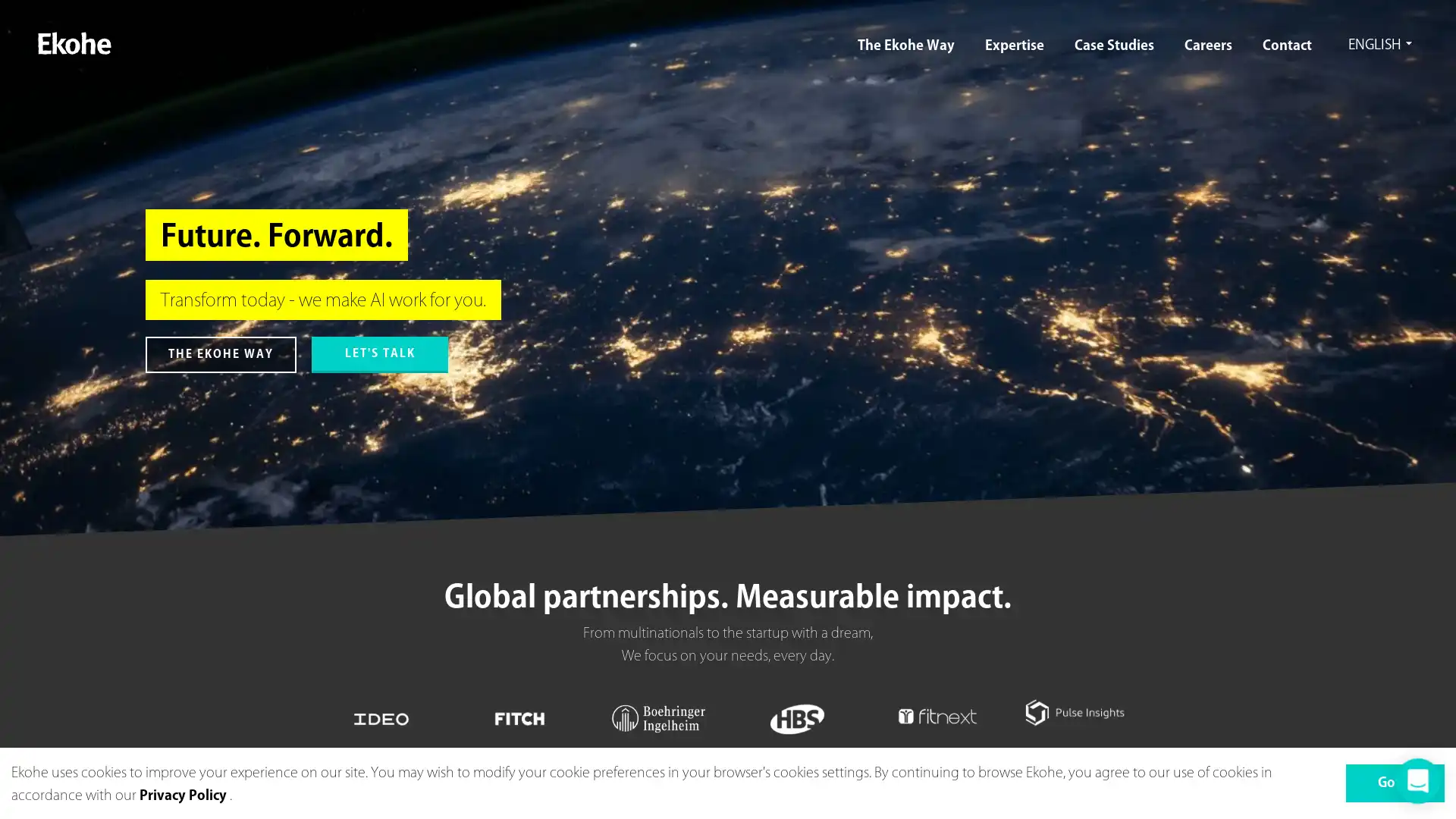  I want to click on Accept cookies, so click(1395, 783).